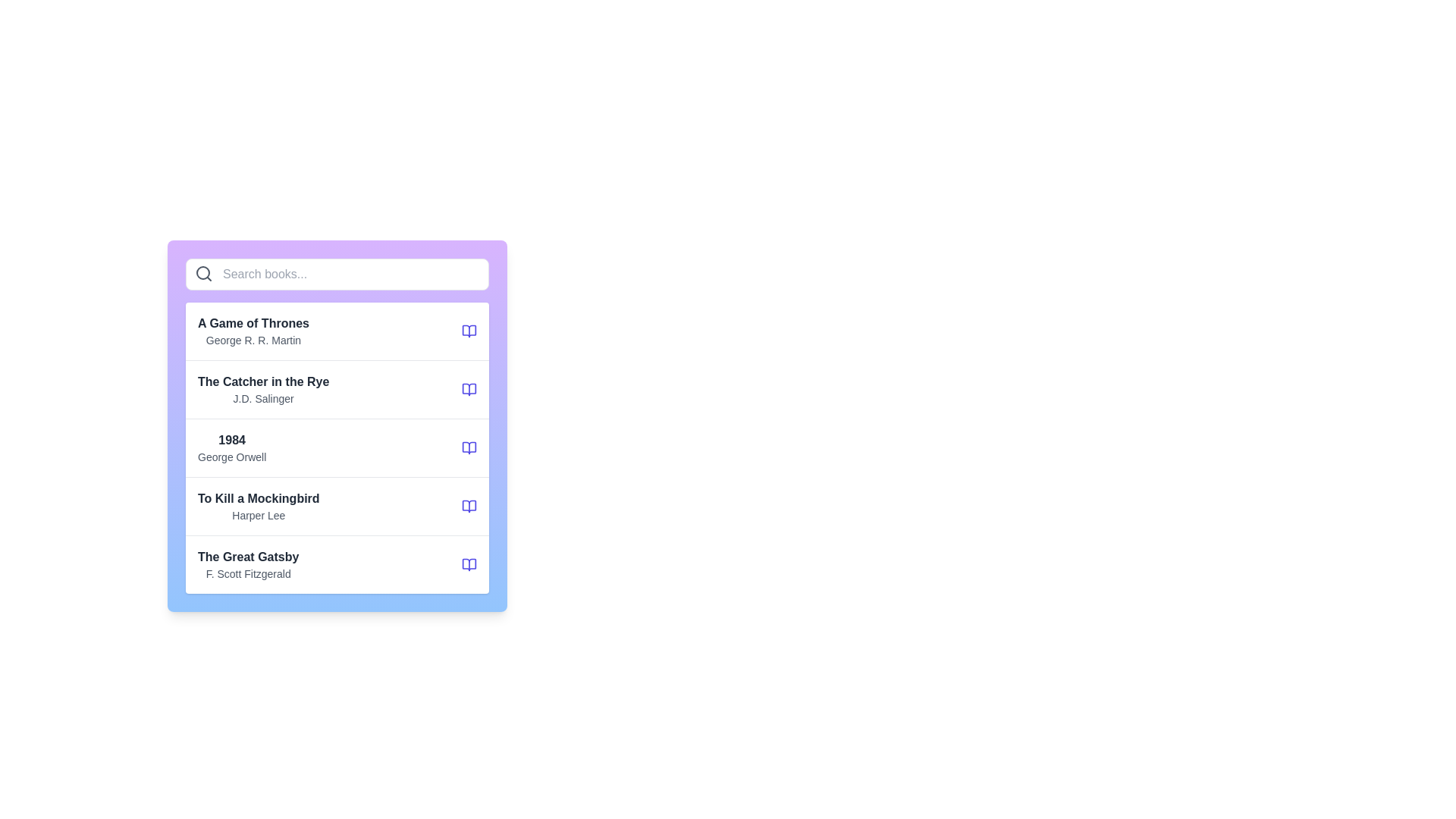  What do you see at coordinates (231, 456) in the screenshot?
I see `the text label displaying 'George Orwell' located below the title '1984' in the third entry of a vertically stacked list of books` at bounding box center [231, 456].